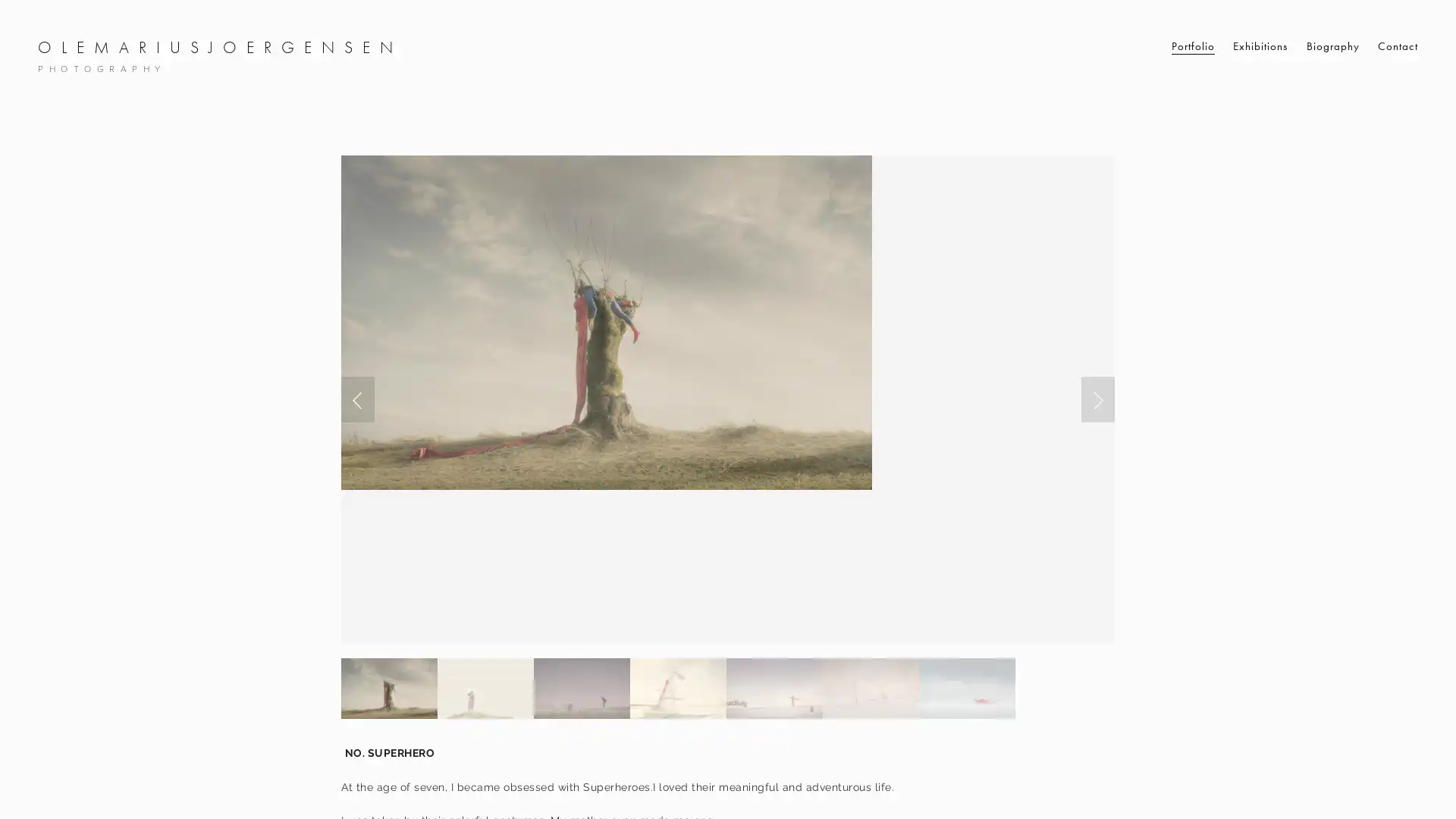 The width and height of the screenshot is (1456, 819). I want to click on Slide 5, so click(823, 687).